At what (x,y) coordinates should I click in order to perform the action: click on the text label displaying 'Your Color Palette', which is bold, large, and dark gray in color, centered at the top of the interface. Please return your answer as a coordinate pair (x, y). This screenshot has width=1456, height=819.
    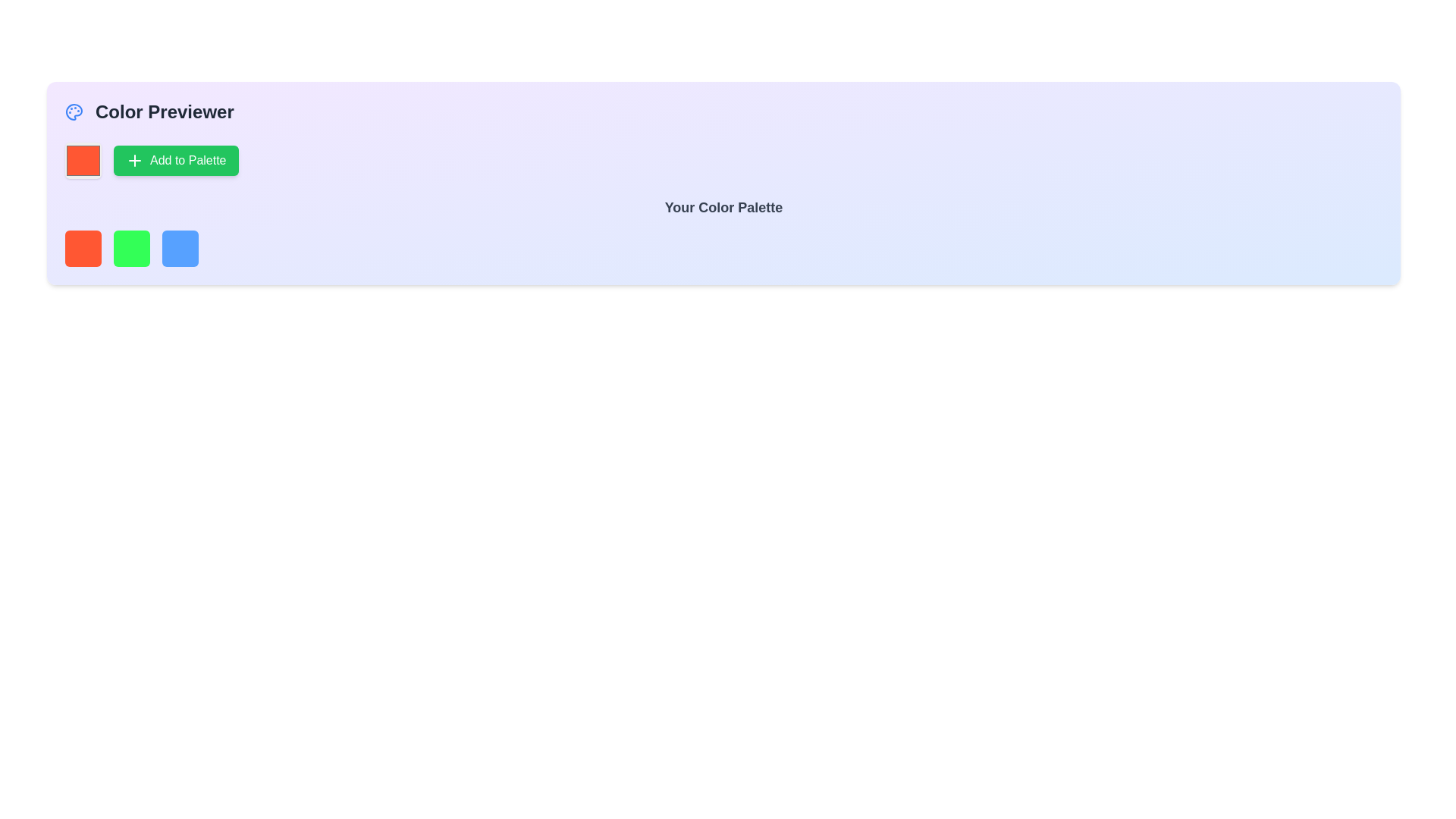
    Looking at the image, I should click on (723, 207).